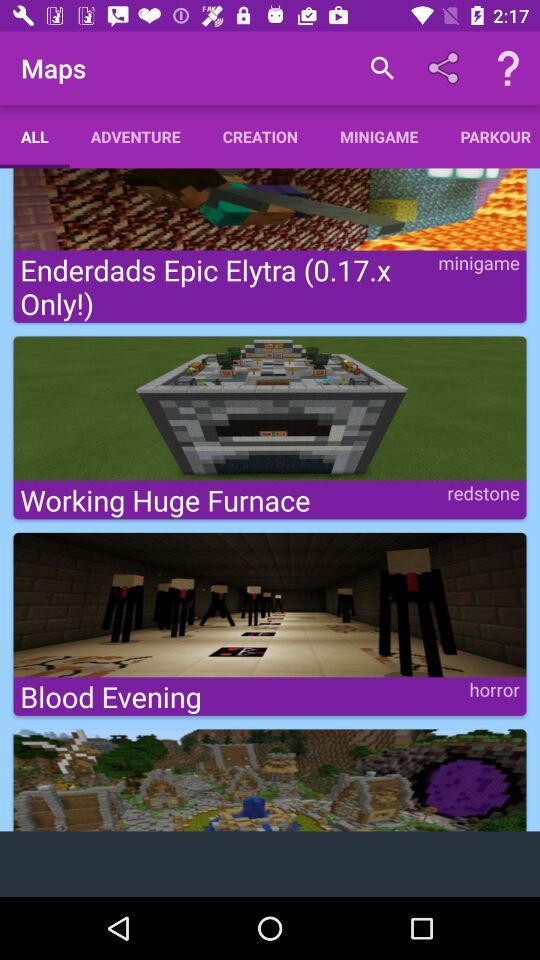  Describe the element at coordinates (135, 135) in the screenshot. I see `the app next to the creation` at that location.